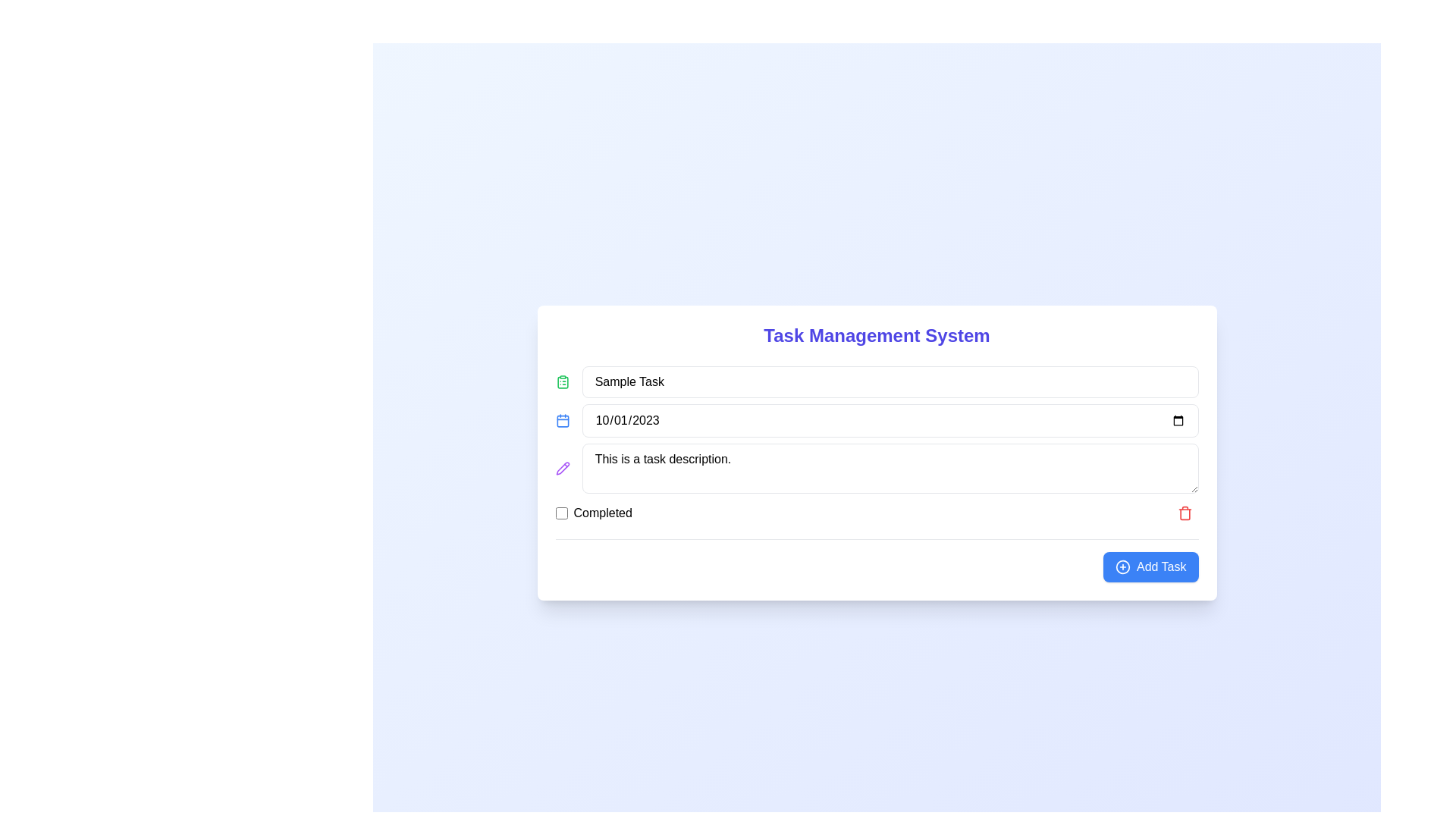  Describe the element at coordinates (562, 420) in the screenshot. I see `the calendar icon representing date selection functionality, located to the left of the date input field` at that location.